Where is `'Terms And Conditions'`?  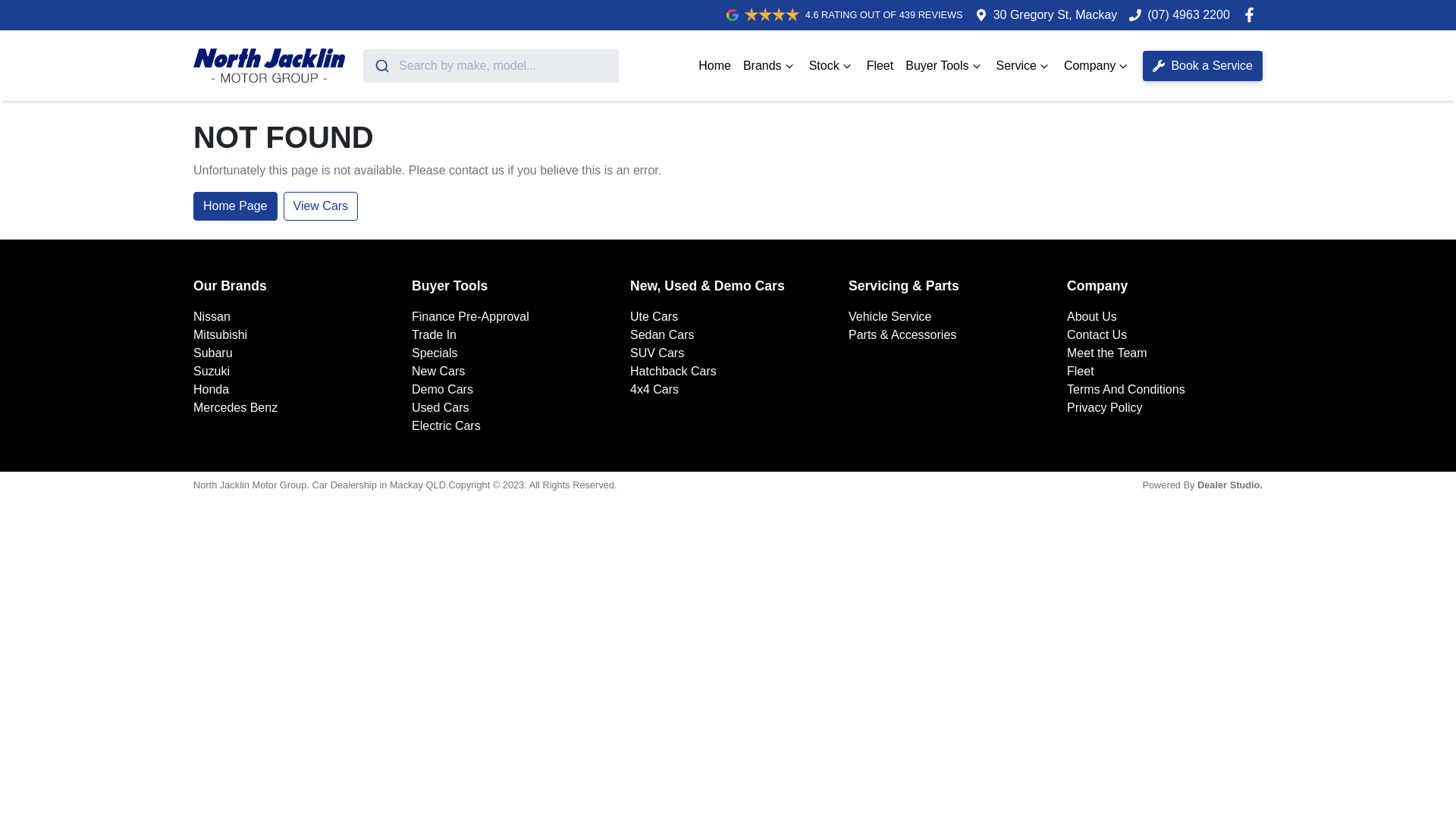 'Terms And Conditions' is located at coordinates (1125, 388).